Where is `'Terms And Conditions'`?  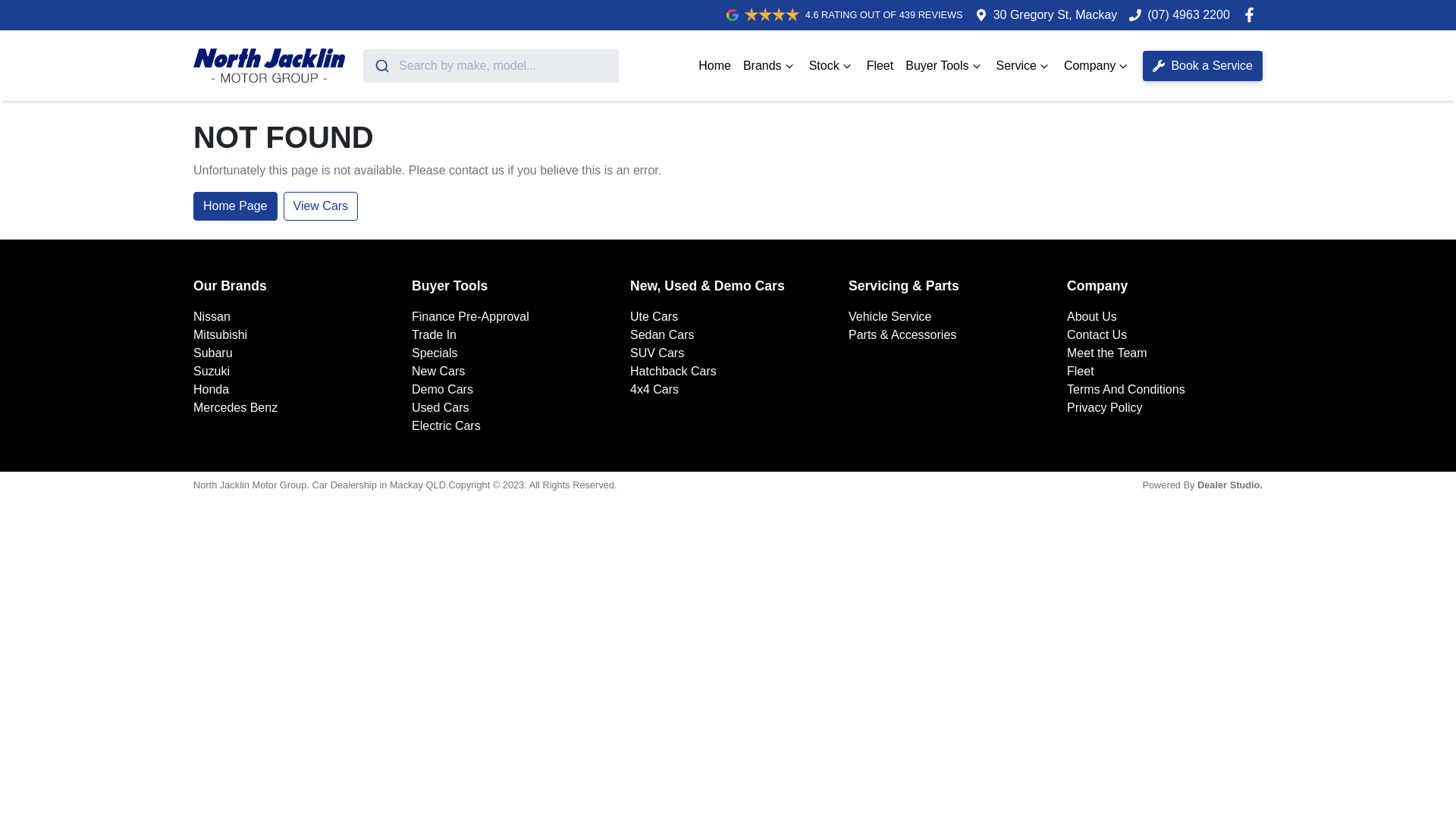 'Terms And Conditions' is located at coordinates (1125, 388).